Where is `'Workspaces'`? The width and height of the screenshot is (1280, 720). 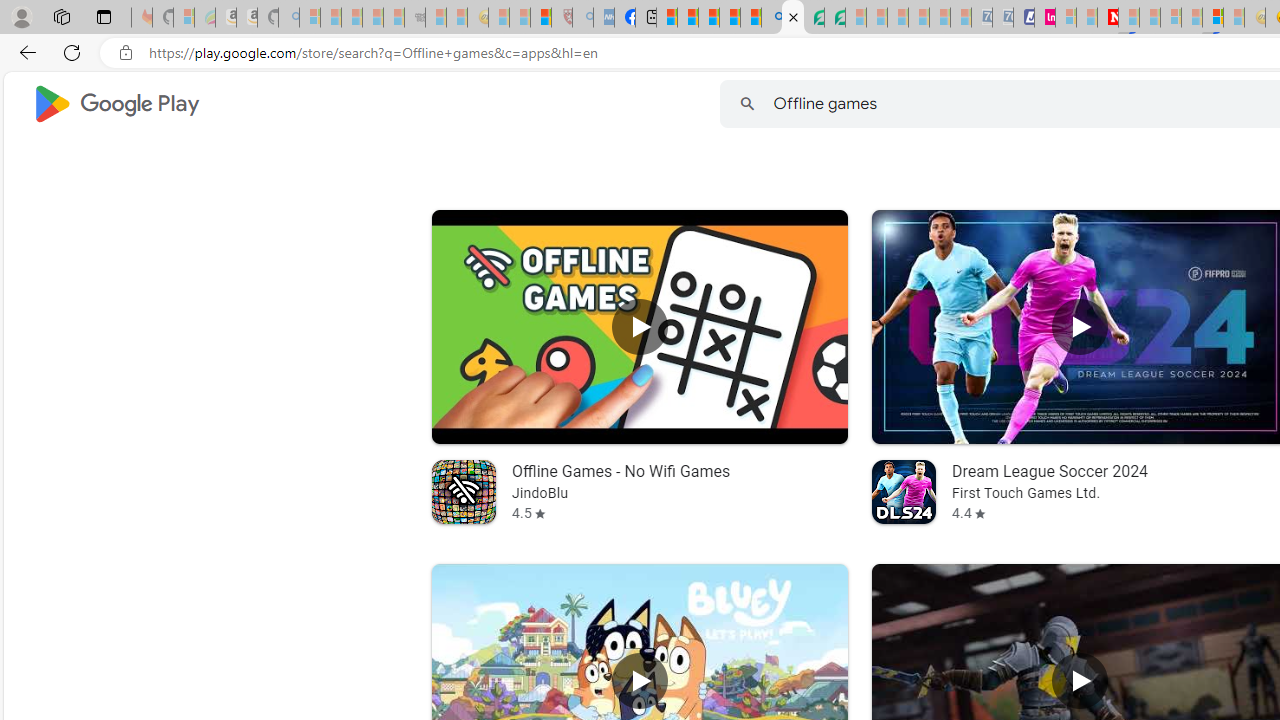
'Workspaces' is located at coordinates (61, 16).